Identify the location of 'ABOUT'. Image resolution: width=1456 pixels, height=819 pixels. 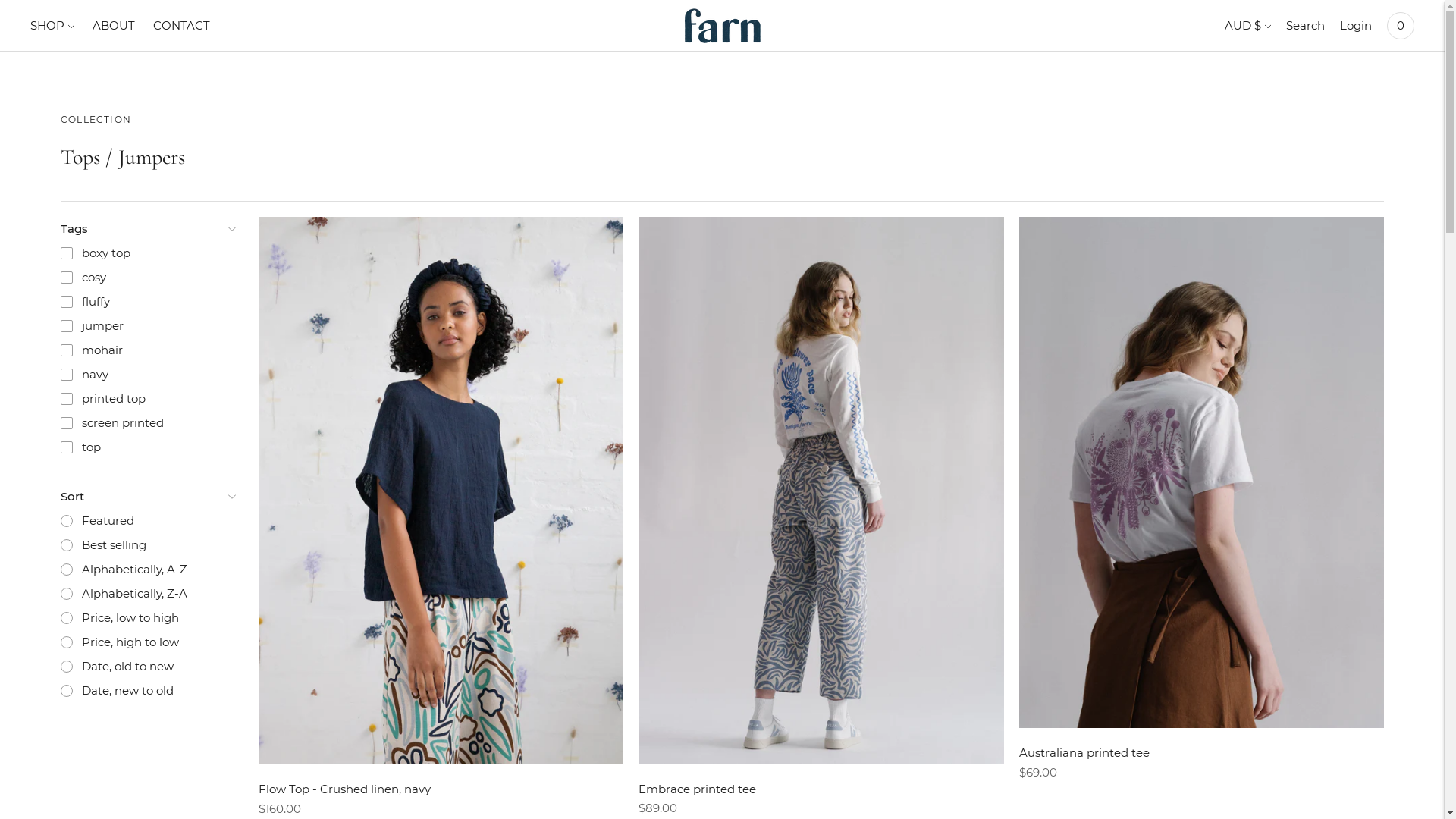
(112, 26).